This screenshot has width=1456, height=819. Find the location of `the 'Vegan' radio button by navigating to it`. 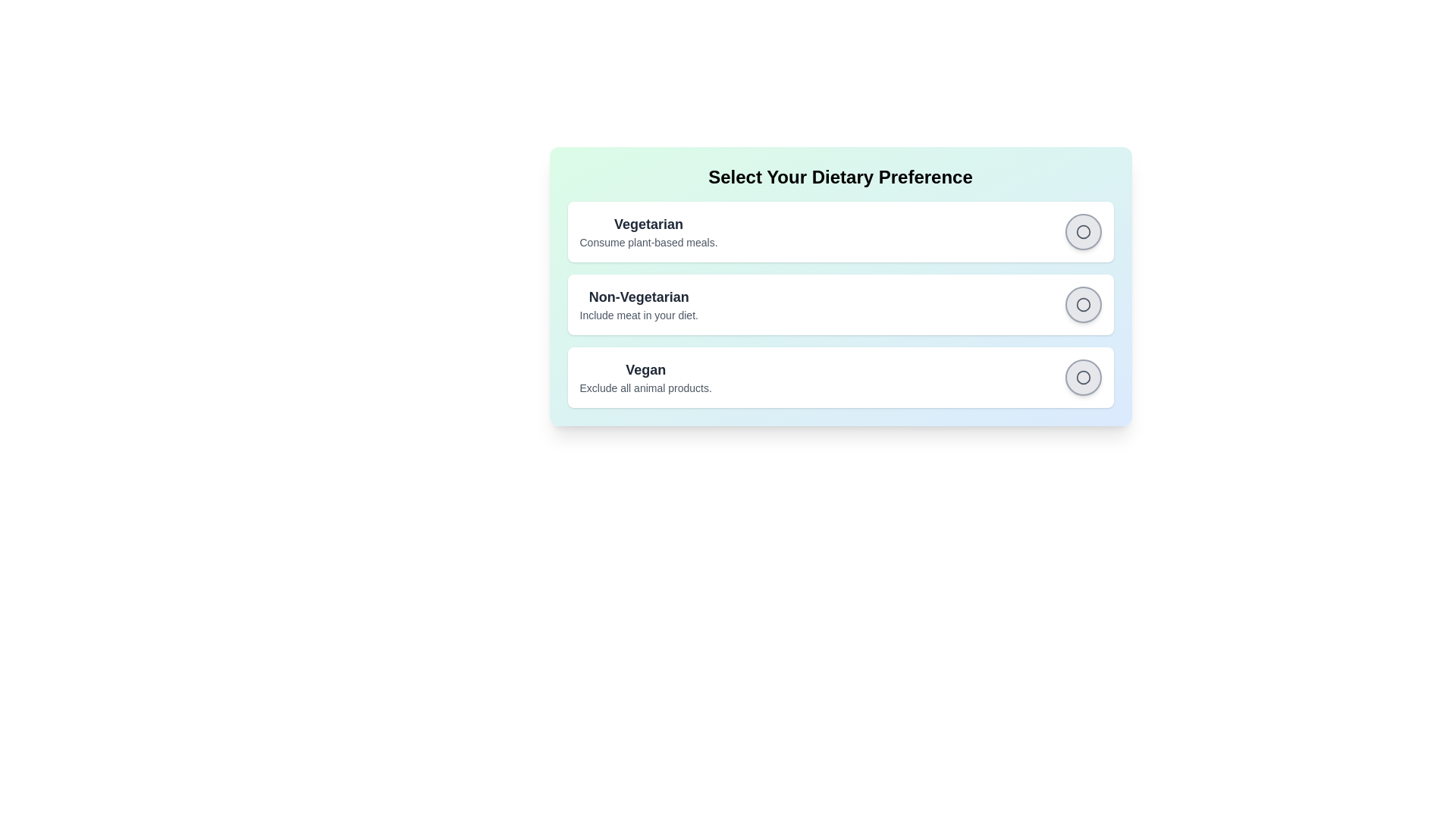

the 'Vegan' radio button by navigating to it is located at coordinates (1082, 376).